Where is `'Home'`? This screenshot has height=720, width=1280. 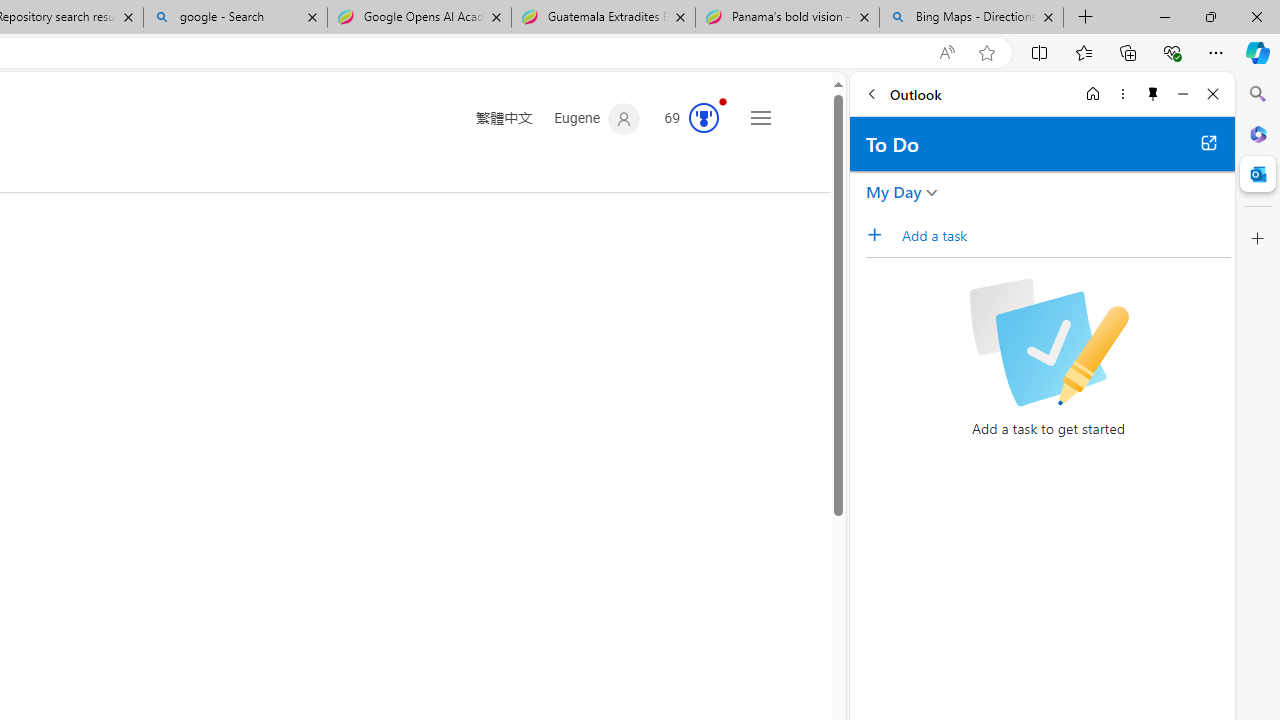 'Home' is located at coordinates (1092, 93).